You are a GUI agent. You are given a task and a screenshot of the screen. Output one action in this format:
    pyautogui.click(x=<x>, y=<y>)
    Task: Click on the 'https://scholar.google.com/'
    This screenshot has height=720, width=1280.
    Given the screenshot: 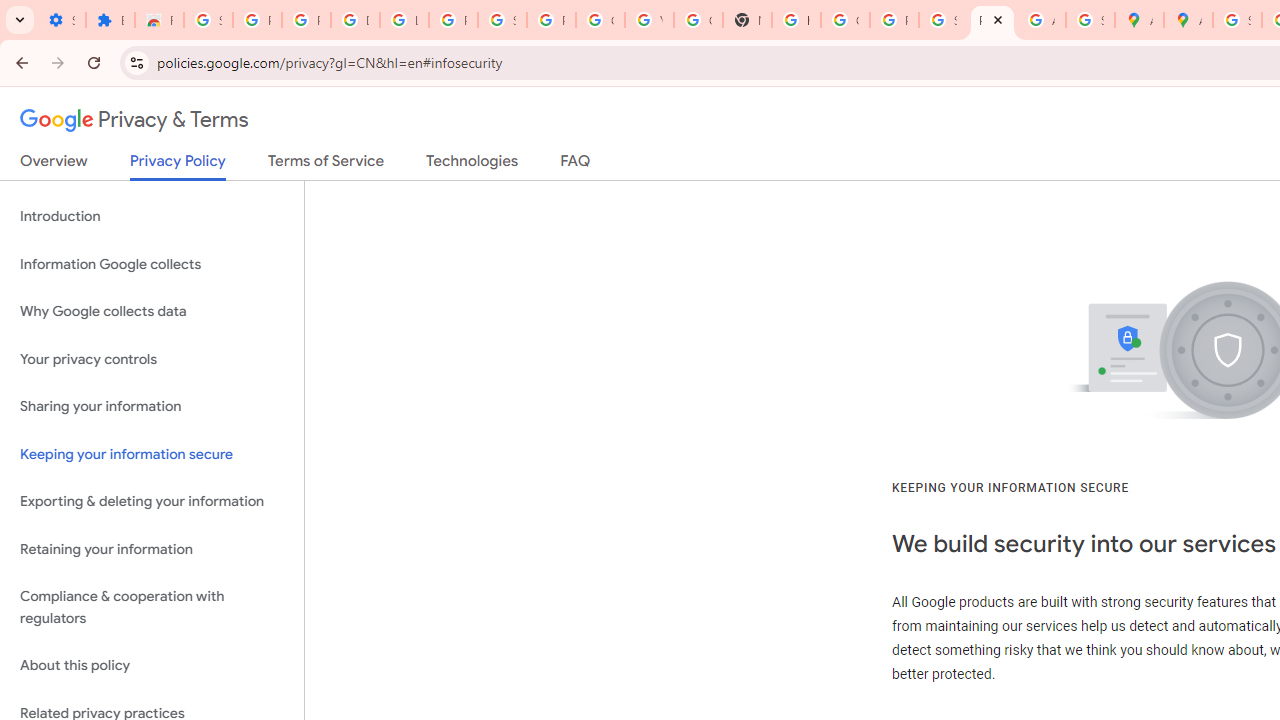 What is the action you would take?
    pyautogui.click(x=795, y=20)
    